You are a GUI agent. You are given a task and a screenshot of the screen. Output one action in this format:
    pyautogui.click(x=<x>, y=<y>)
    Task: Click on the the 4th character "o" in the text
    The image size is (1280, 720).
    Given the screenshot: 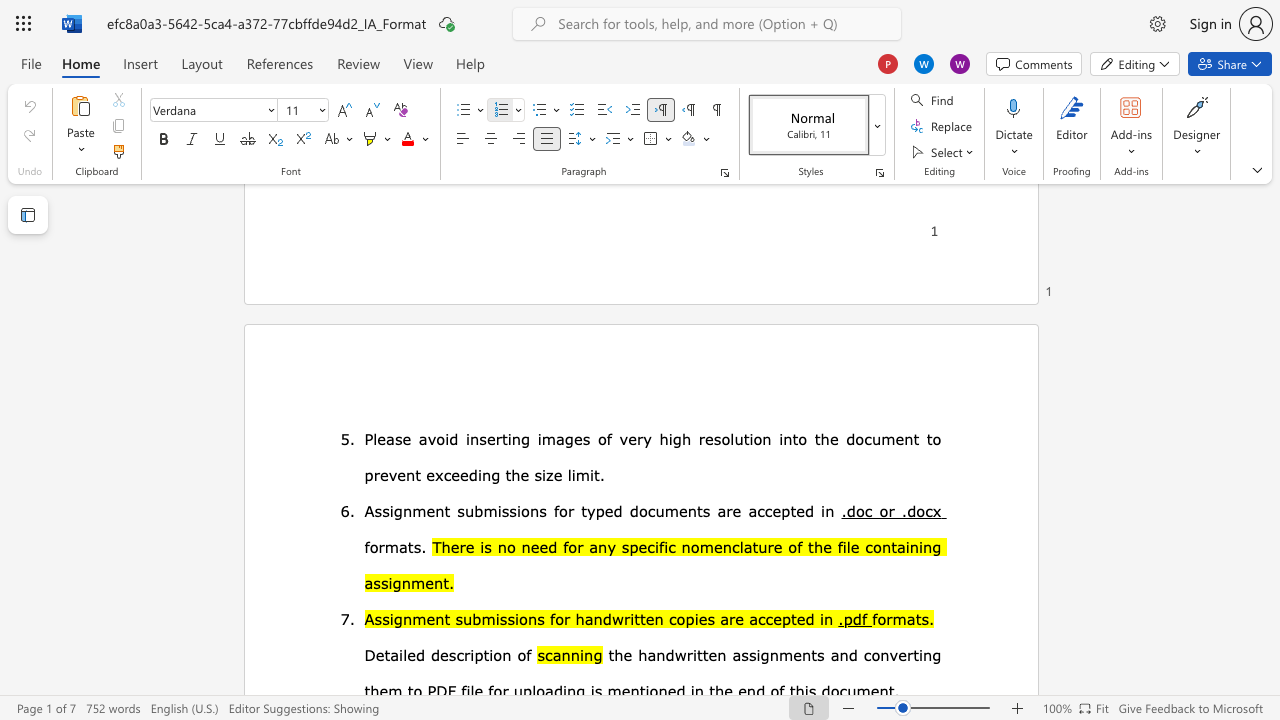 What is the action you would take?
    pyautogui.click(x=859, y=437)
    